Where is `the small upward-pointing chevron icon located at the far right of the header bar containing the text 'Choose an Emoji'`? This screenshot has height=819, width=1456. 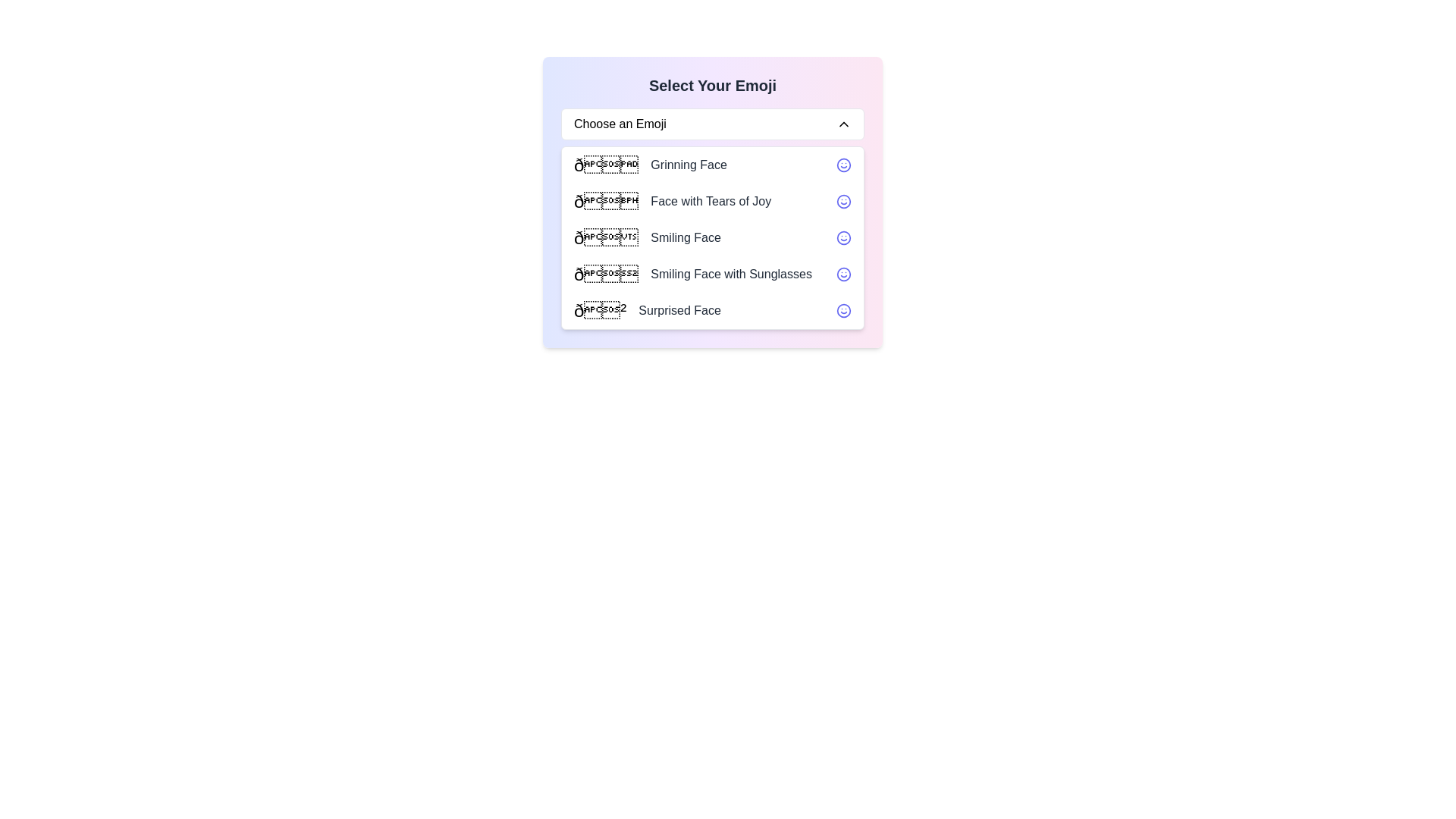
the small upward-pointing chevron icon located at the far right of the header bar containing the text 'Choose an Emoji' is located at coordinates (843, 124).